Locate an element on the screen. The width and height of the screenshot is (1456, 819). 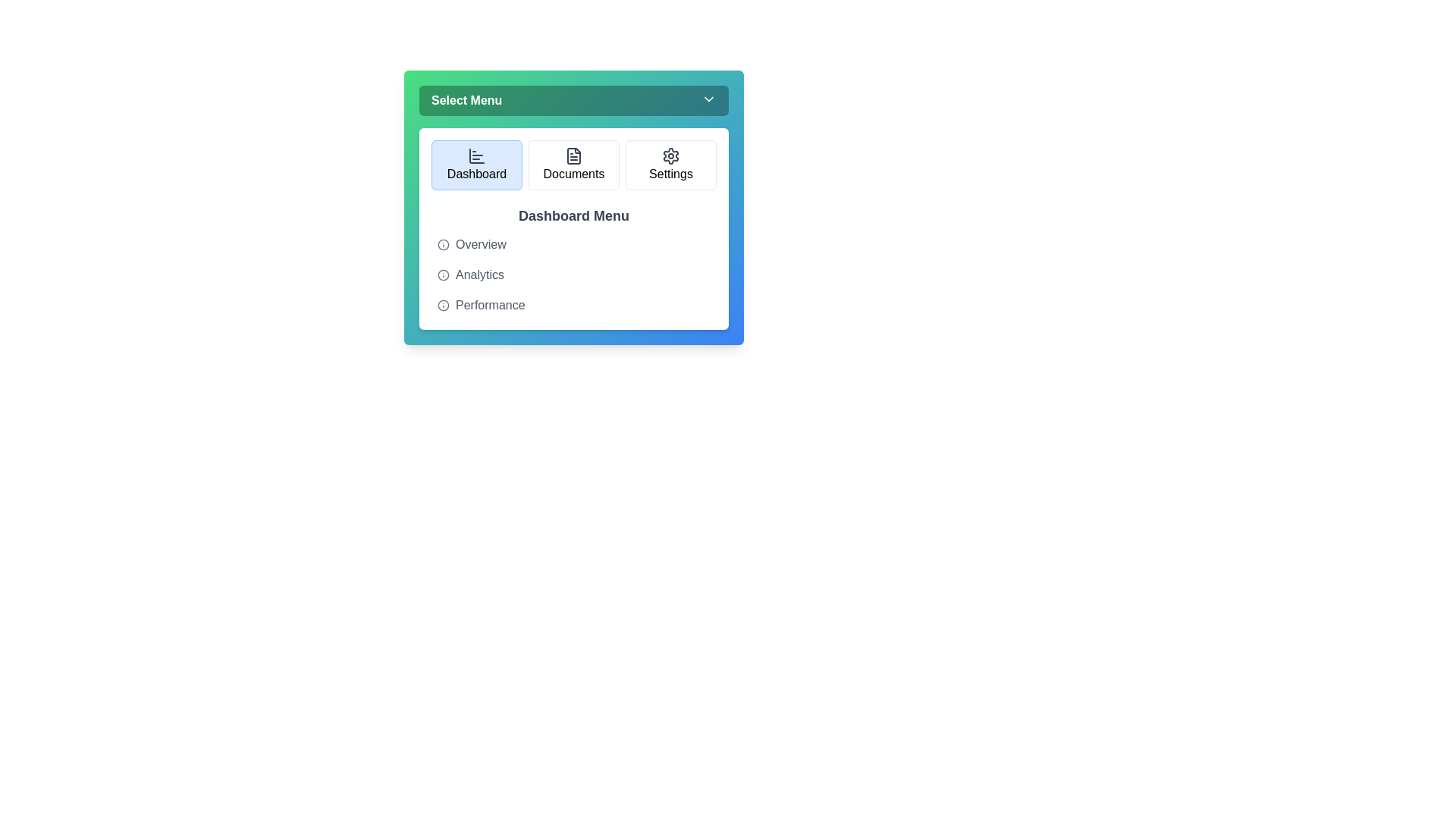
the 'Dashboard Menu' section is located at coordinates (573, 260).